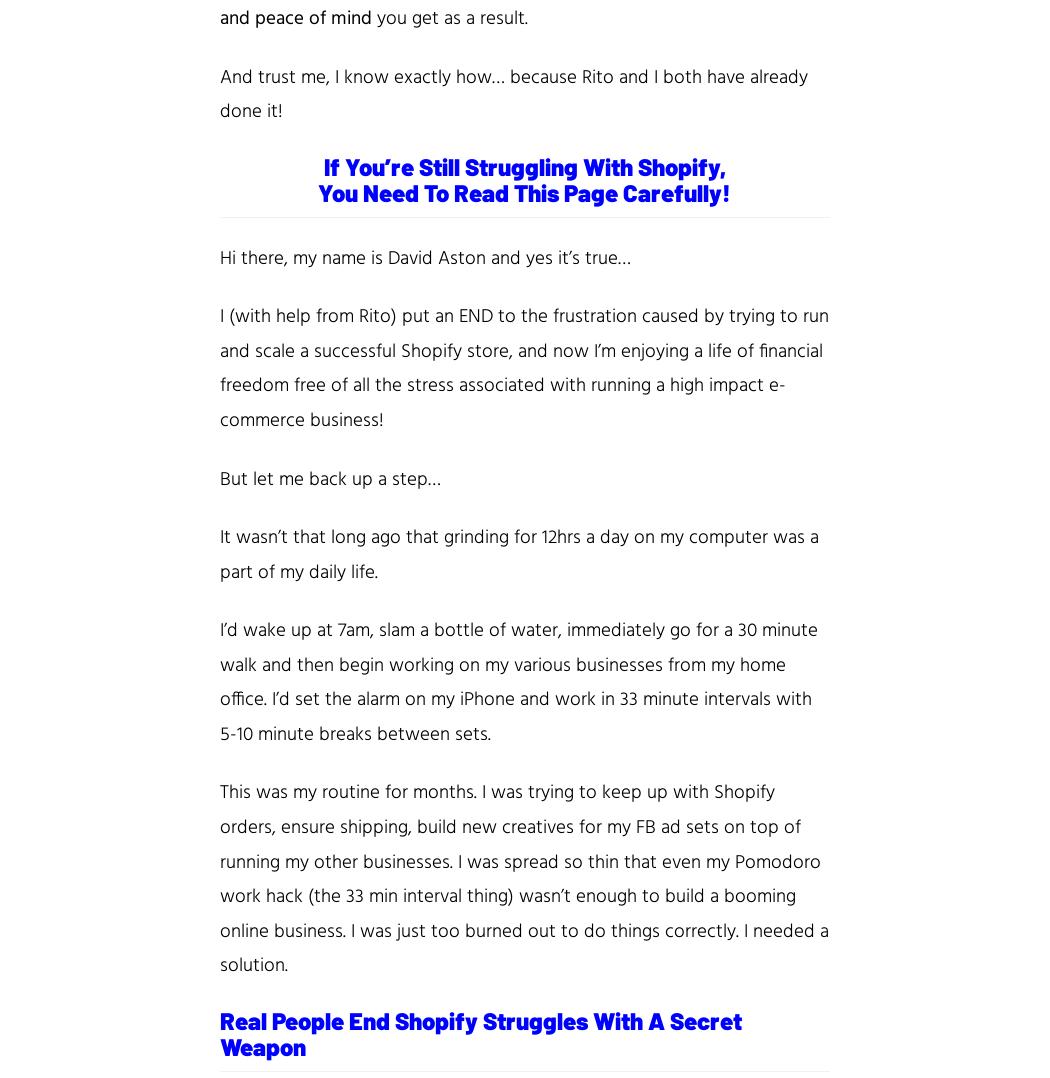 The image size is (1050, 1078). I want to click on 'David Aston', so click(387, 256).